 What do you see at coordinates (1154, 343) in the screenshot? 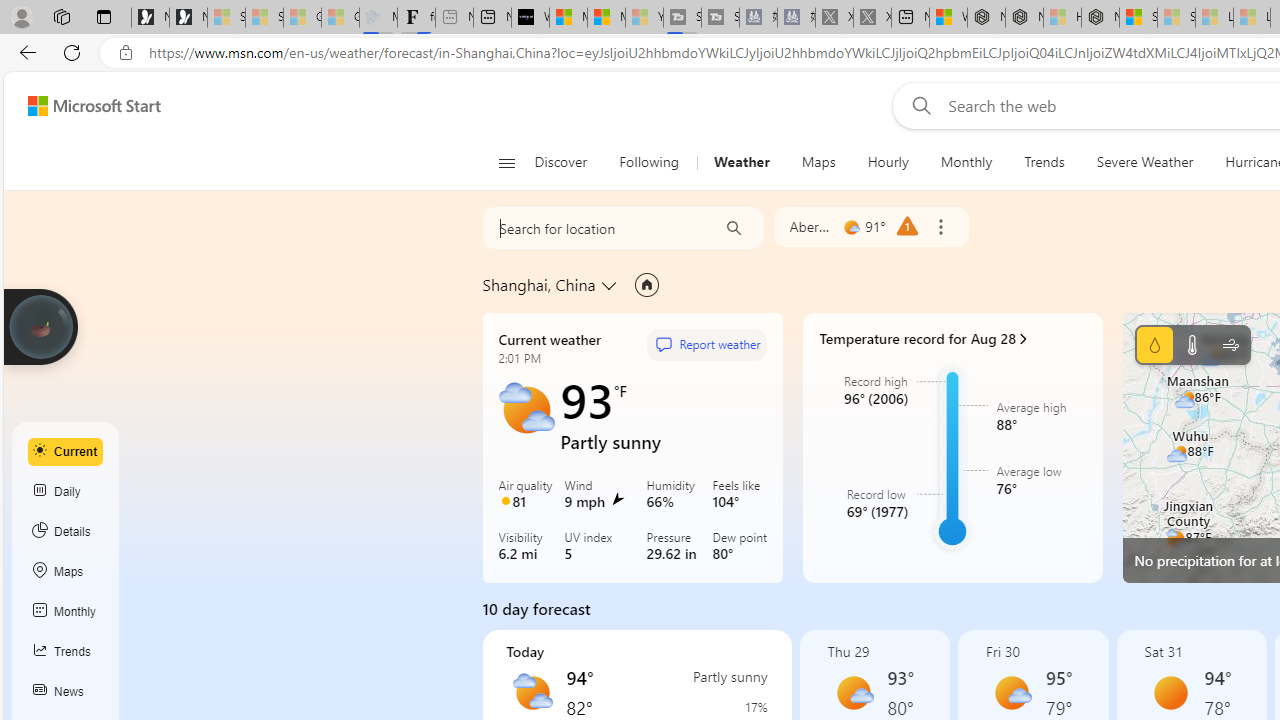
I see `'Precipitation'` at bounding box center [1154, 343].